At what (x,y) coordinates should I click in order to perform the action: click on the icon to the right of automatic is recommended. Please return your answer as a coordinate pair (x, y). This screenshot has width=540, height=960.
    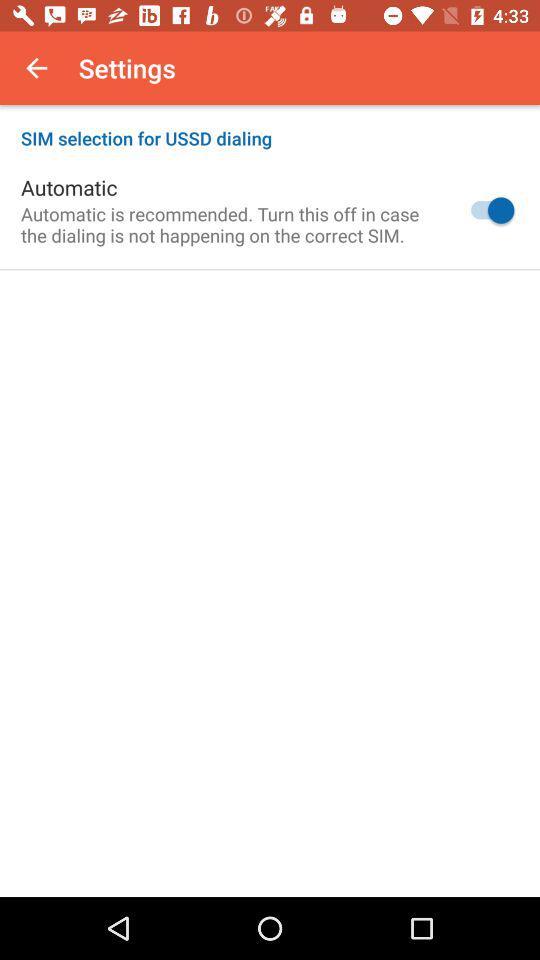
    Looking at the image, I should click on (486, 210).